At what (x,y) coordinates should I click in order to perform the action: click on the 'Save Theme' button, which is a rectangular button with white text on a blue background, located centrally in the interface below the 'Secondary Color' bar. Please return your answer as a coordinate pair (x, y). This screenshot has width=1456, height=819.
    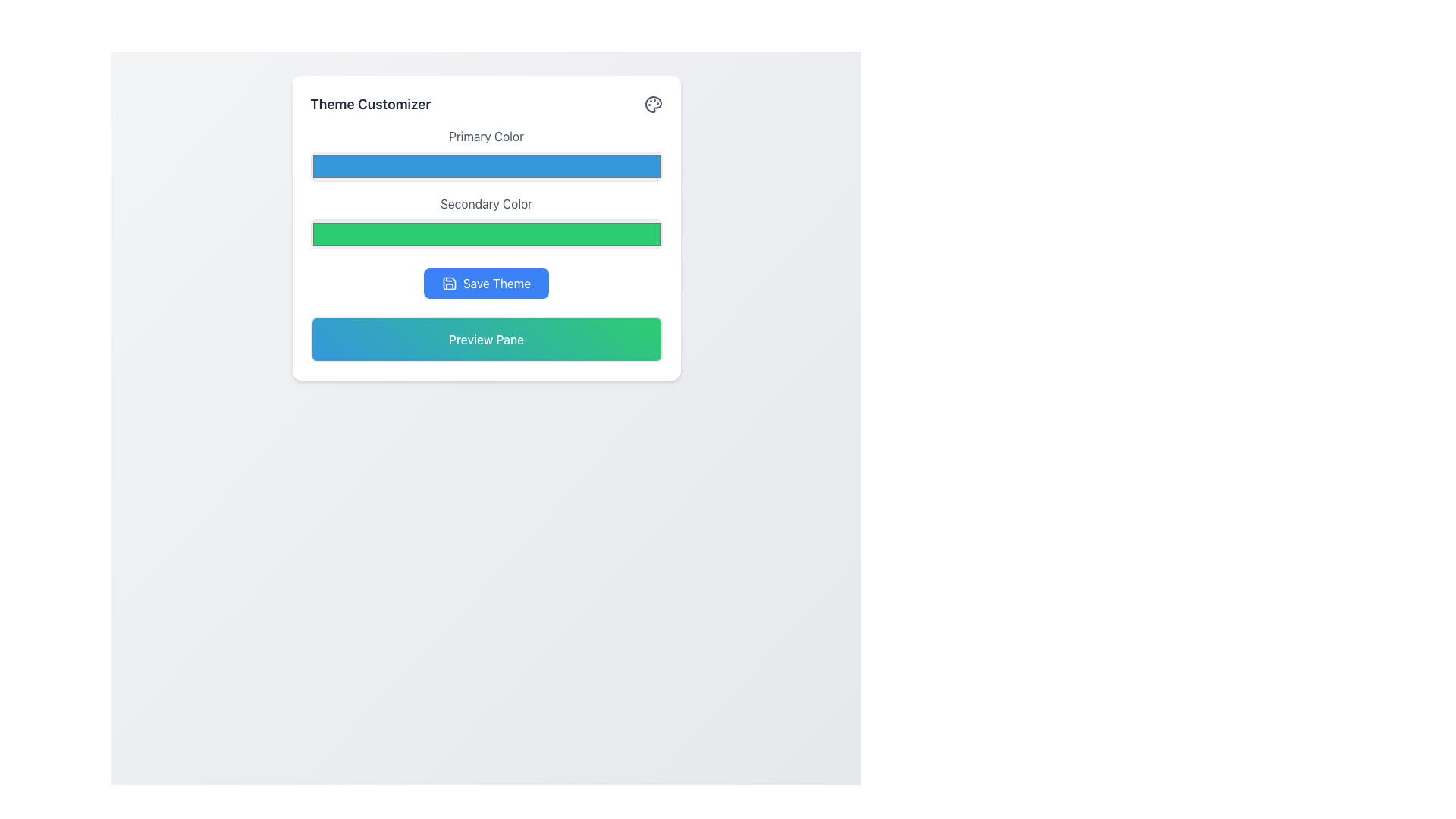
    Looking at the image, I should click on (486, 284).